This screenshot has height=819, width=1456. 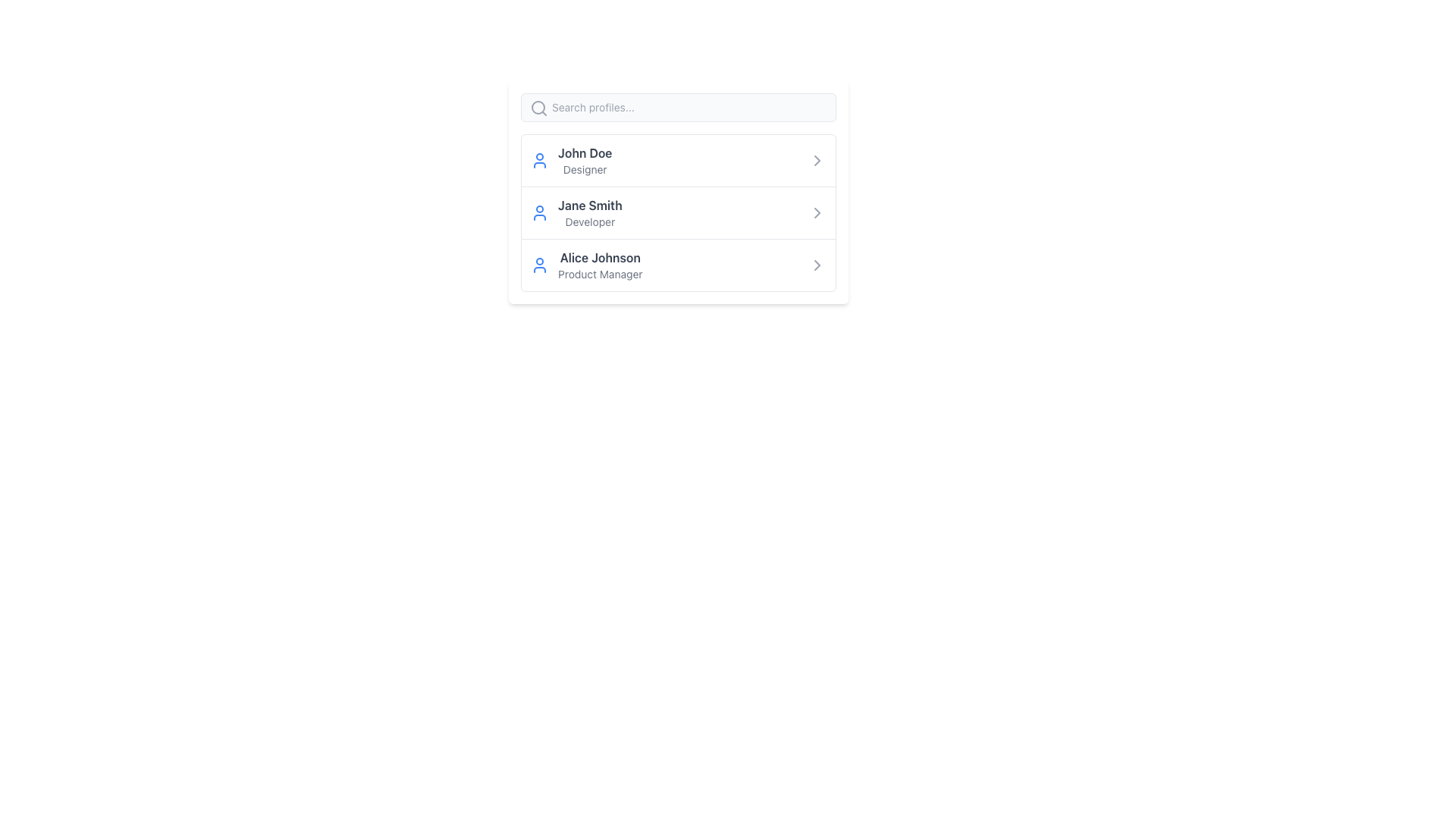 I want to click on the second row in the list displaying user 'Jane Smith', a Developer, so click(x=677, y=212).